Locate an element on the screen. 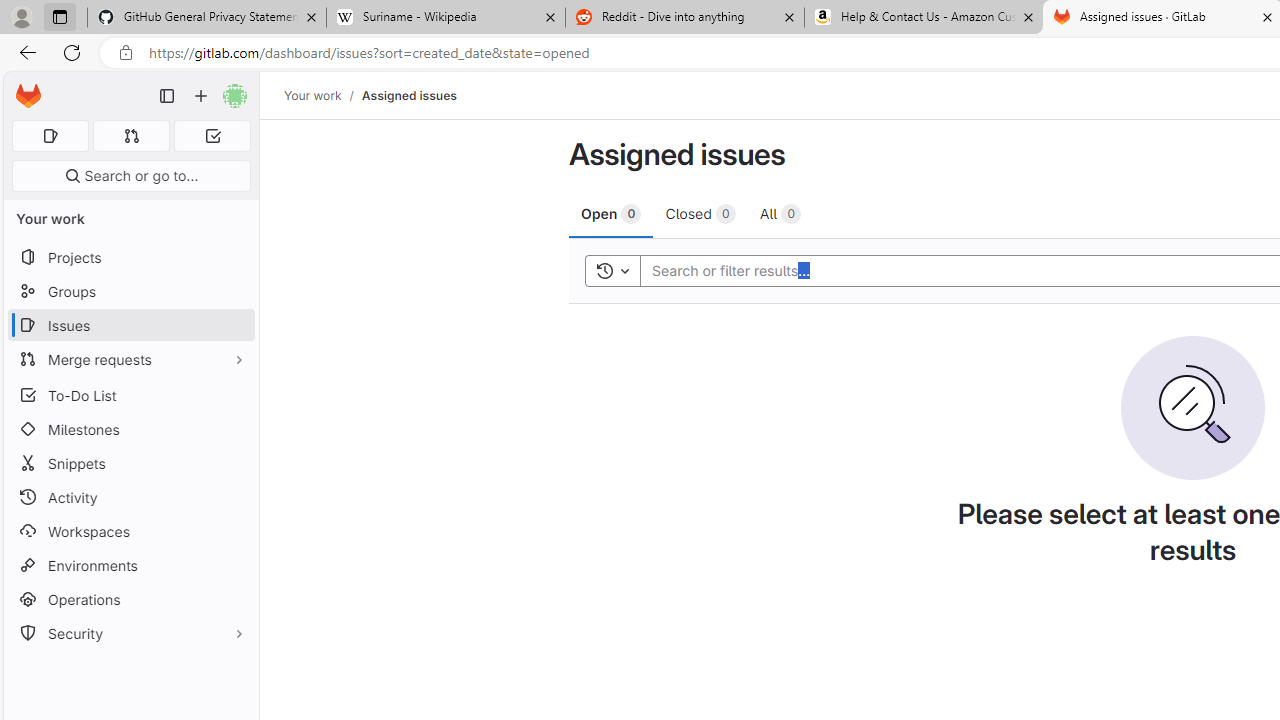 The width and height of the screenshot is (1280, 720). 'Merge requests' is located at coordinates (130, 358).